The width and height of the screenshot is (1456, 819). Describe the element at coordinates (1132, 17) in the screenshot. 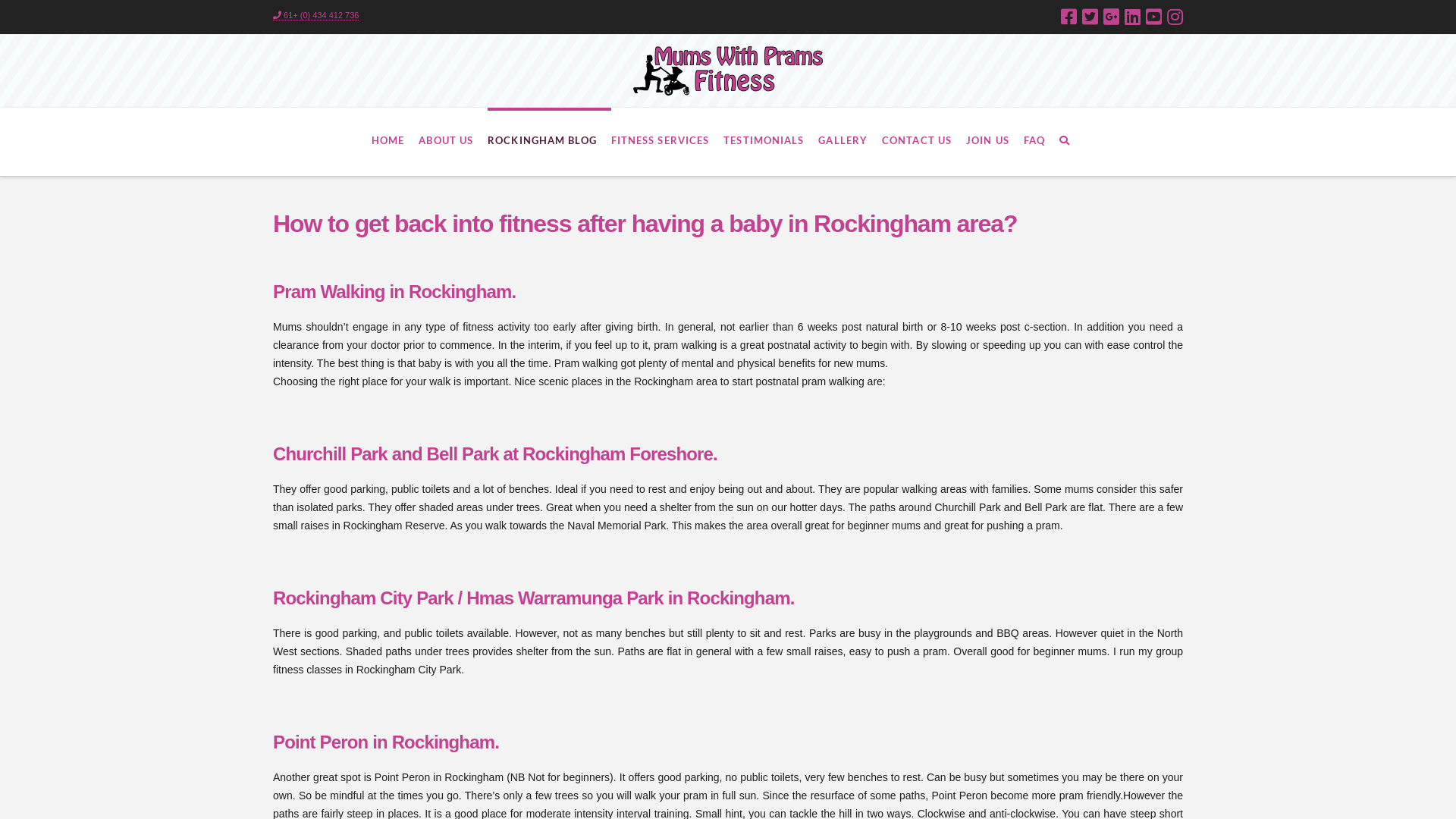

I see `'LinkedIn'` at that location.